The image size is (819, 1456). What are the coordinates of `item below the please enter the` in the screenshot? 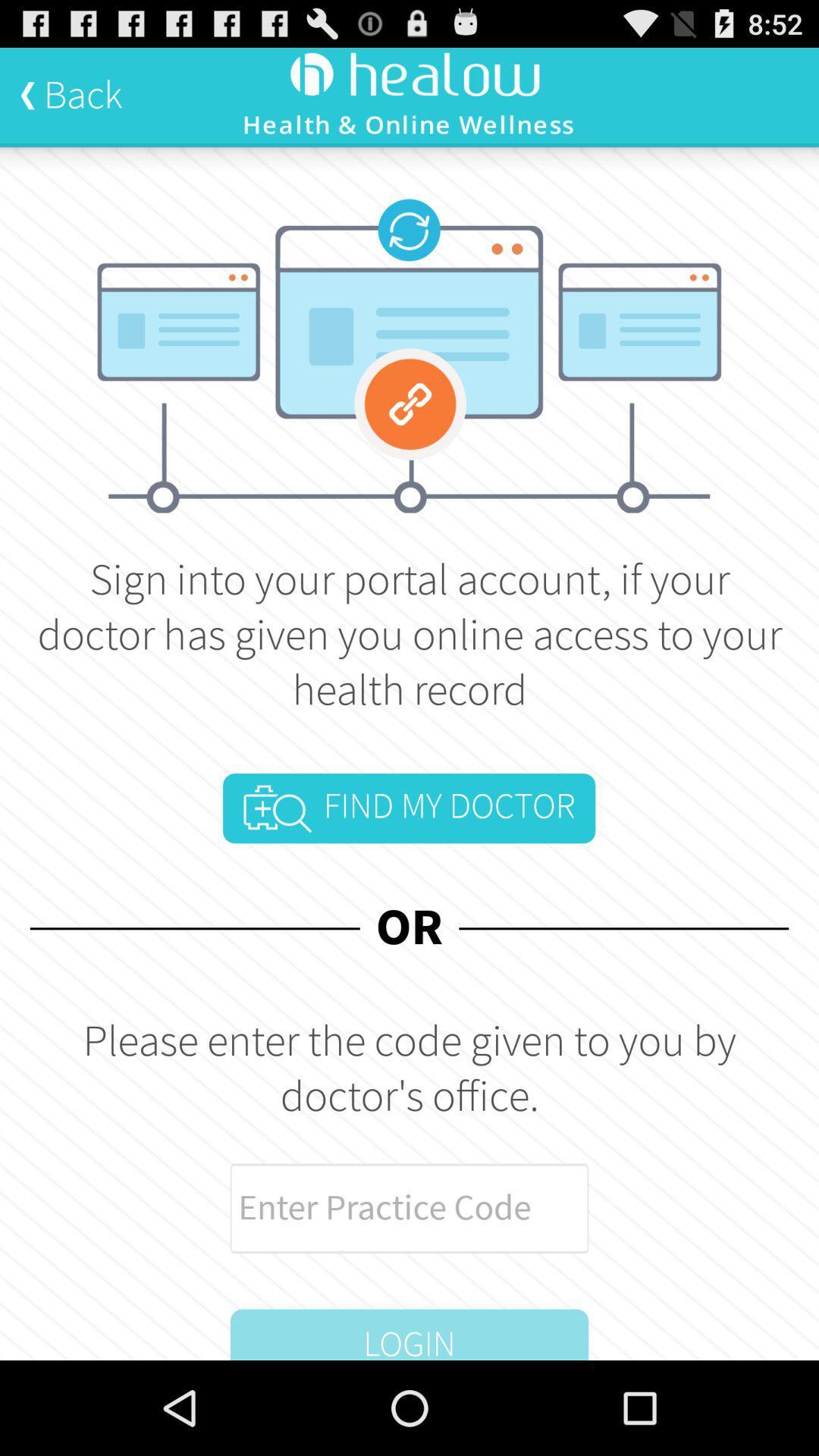 It's located at (409, 1207).